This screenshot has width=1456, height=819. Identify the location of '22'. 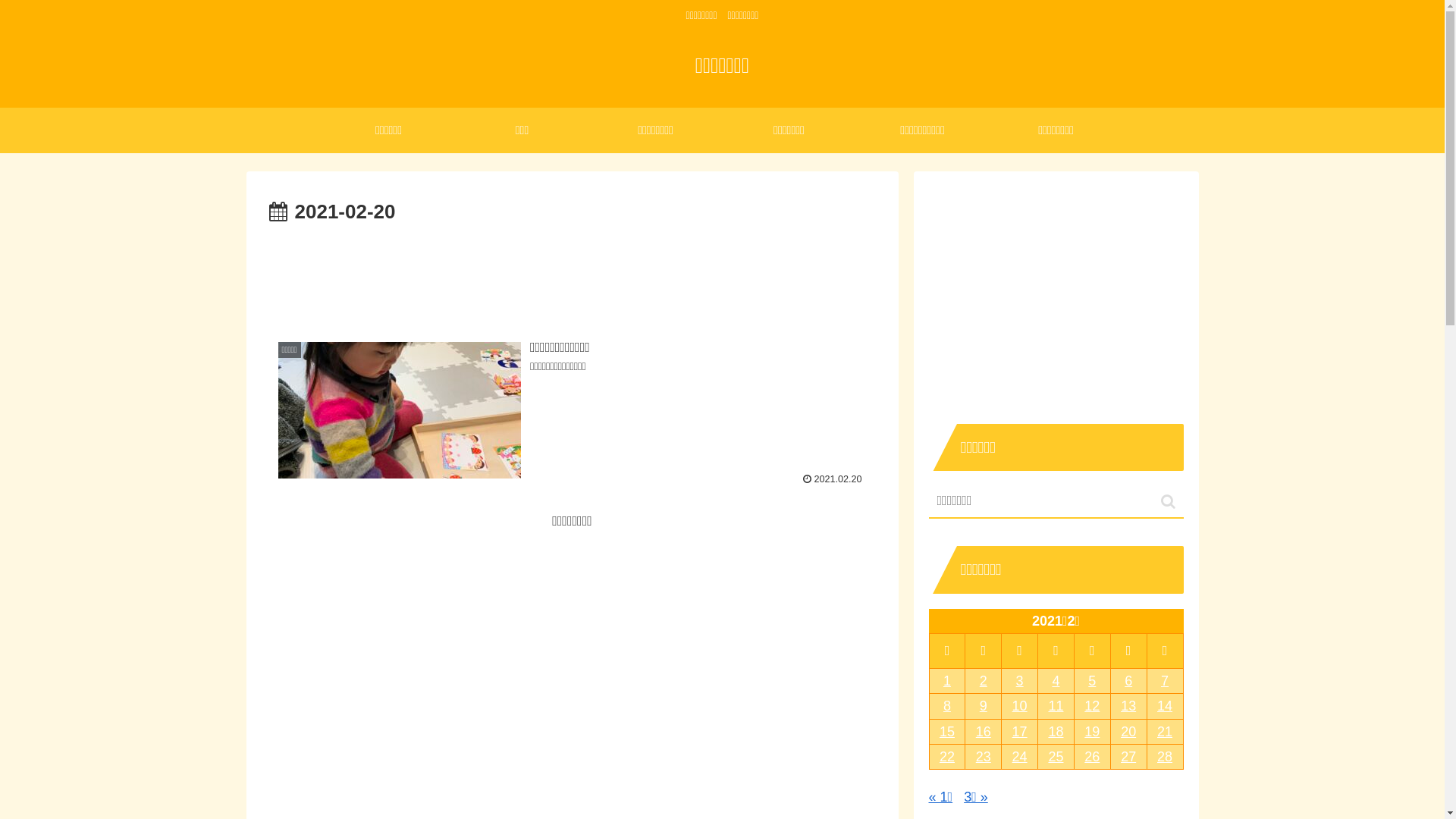
(928, 757).